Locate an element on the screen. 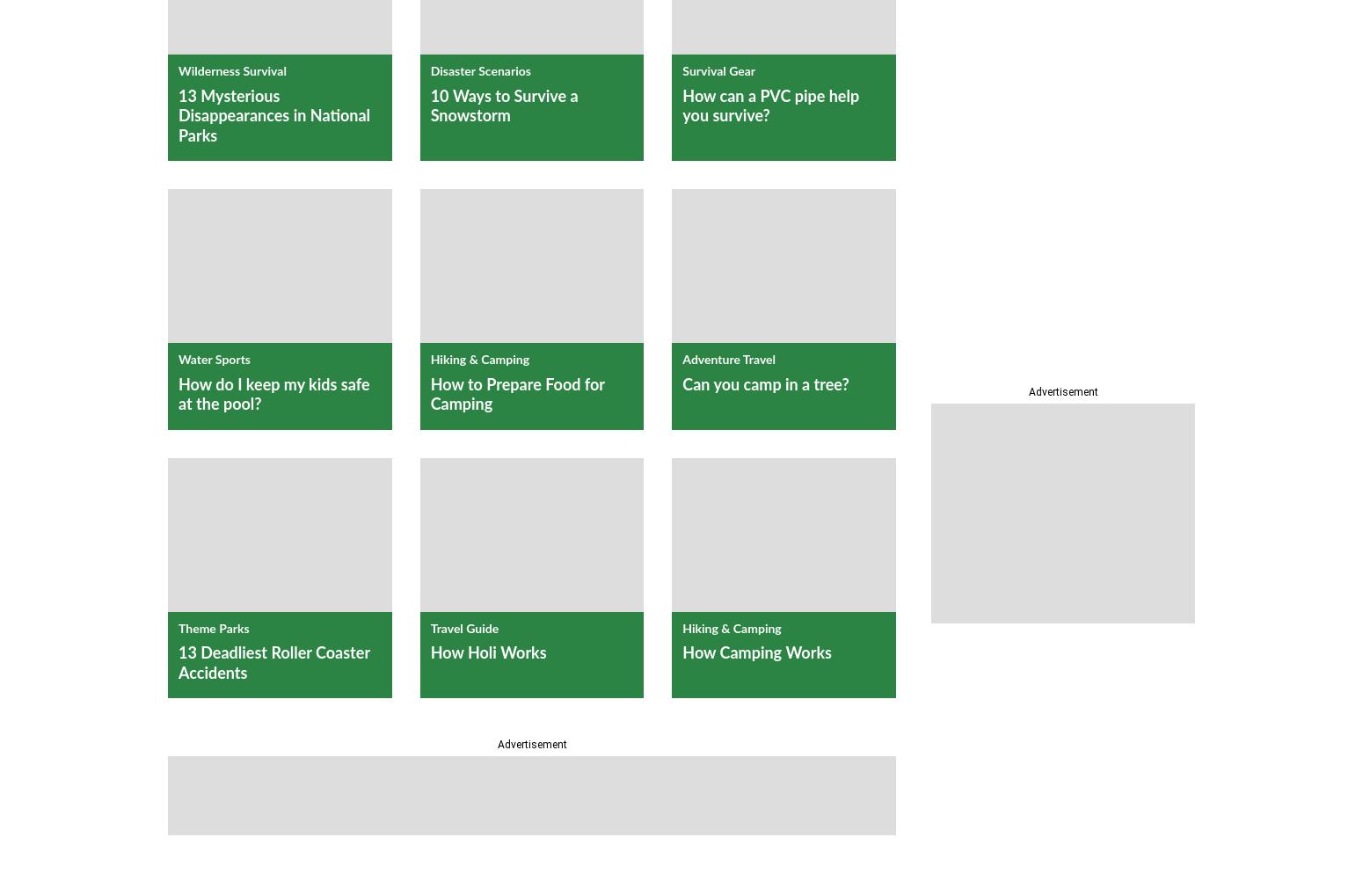 The width and height of the screenshot is (1363, 896). 'Travel Guide' is located at coordinates (463, 629).